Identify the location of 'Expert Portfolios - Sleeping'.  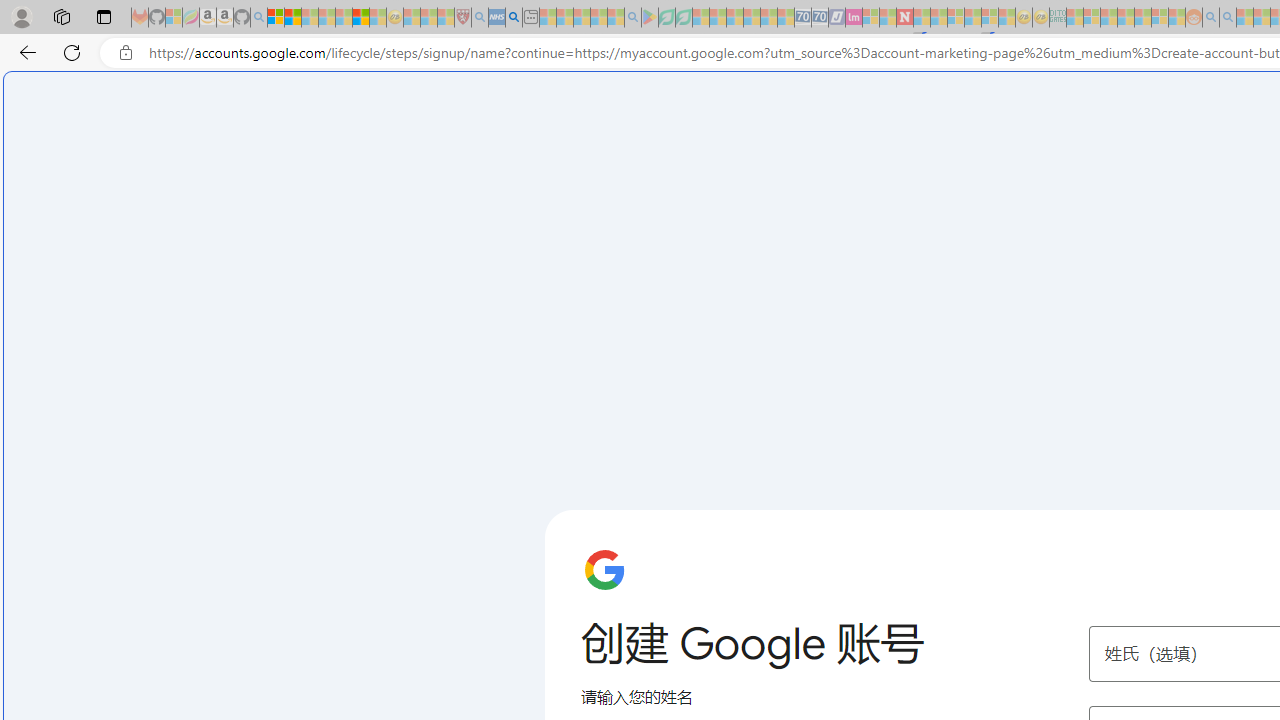
(1125, 17).